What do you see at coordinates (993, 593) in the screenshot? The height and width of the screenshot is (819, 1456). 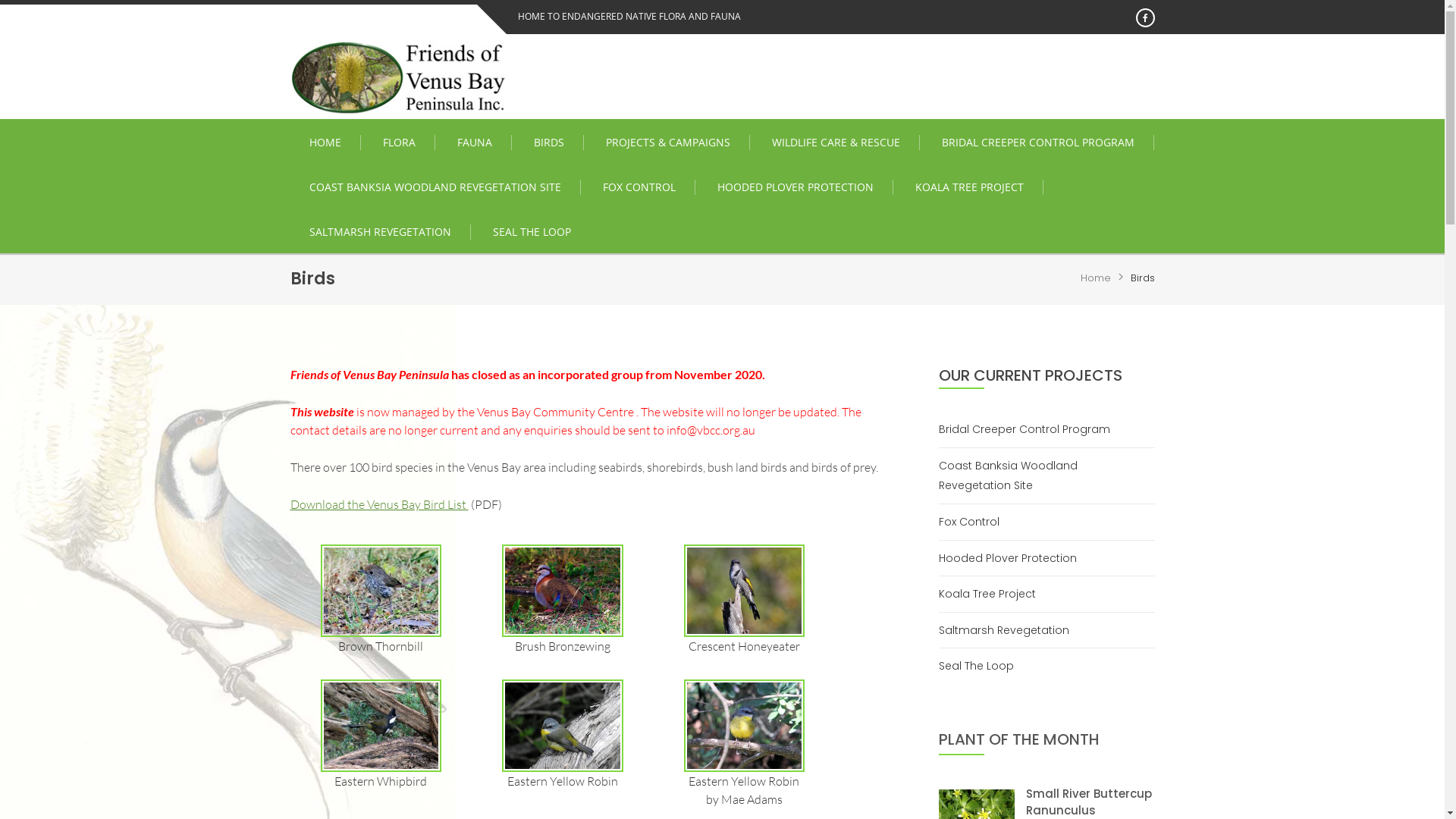 I see `'Koala Tree Project'` at bounding box center [993, 593].